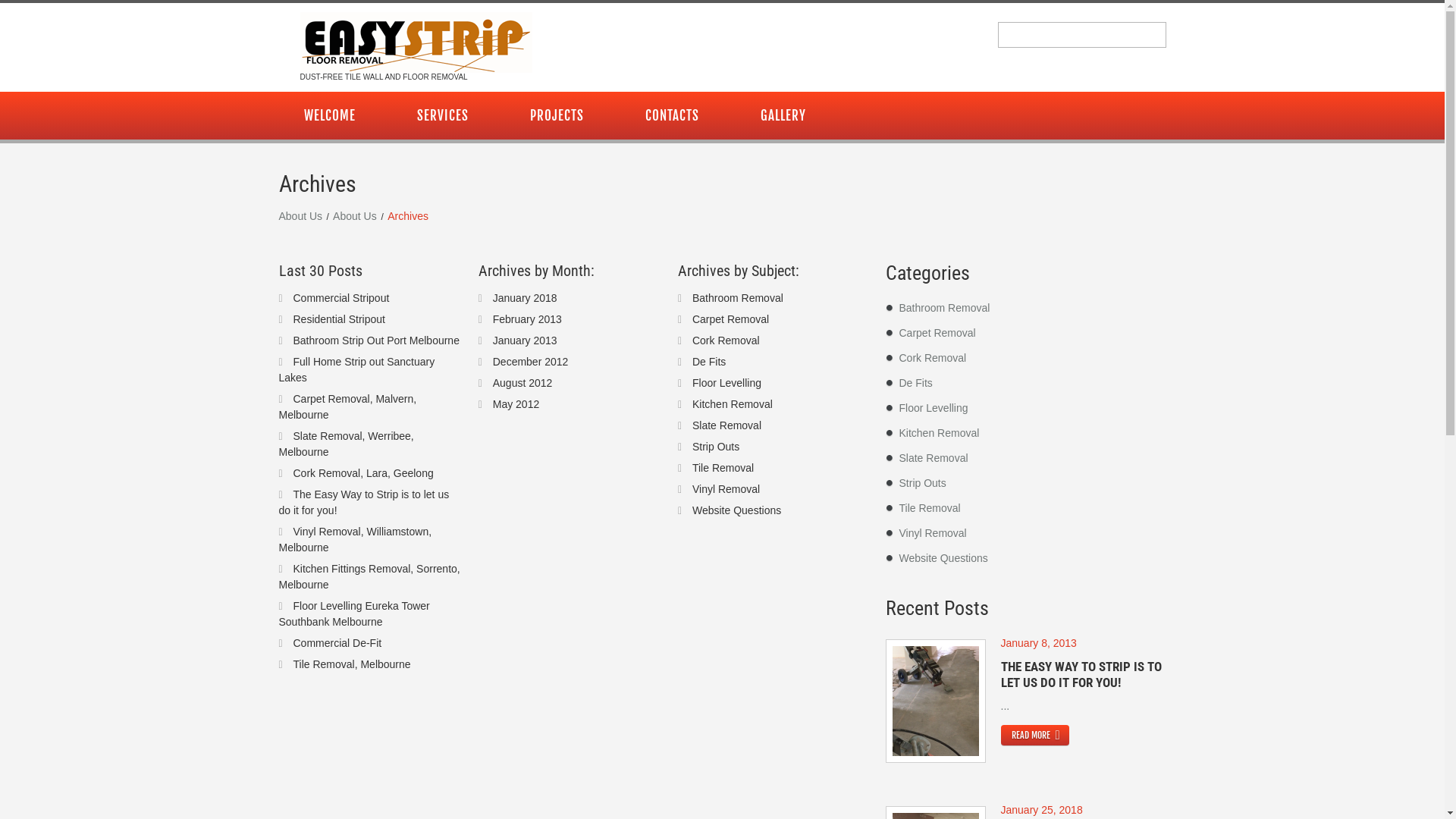 Image resolution: width=1456 pixels, height=819 pixels. Describe the element at coordinates (301, 215) in the screenshot. I see `'About Us'` at that location.